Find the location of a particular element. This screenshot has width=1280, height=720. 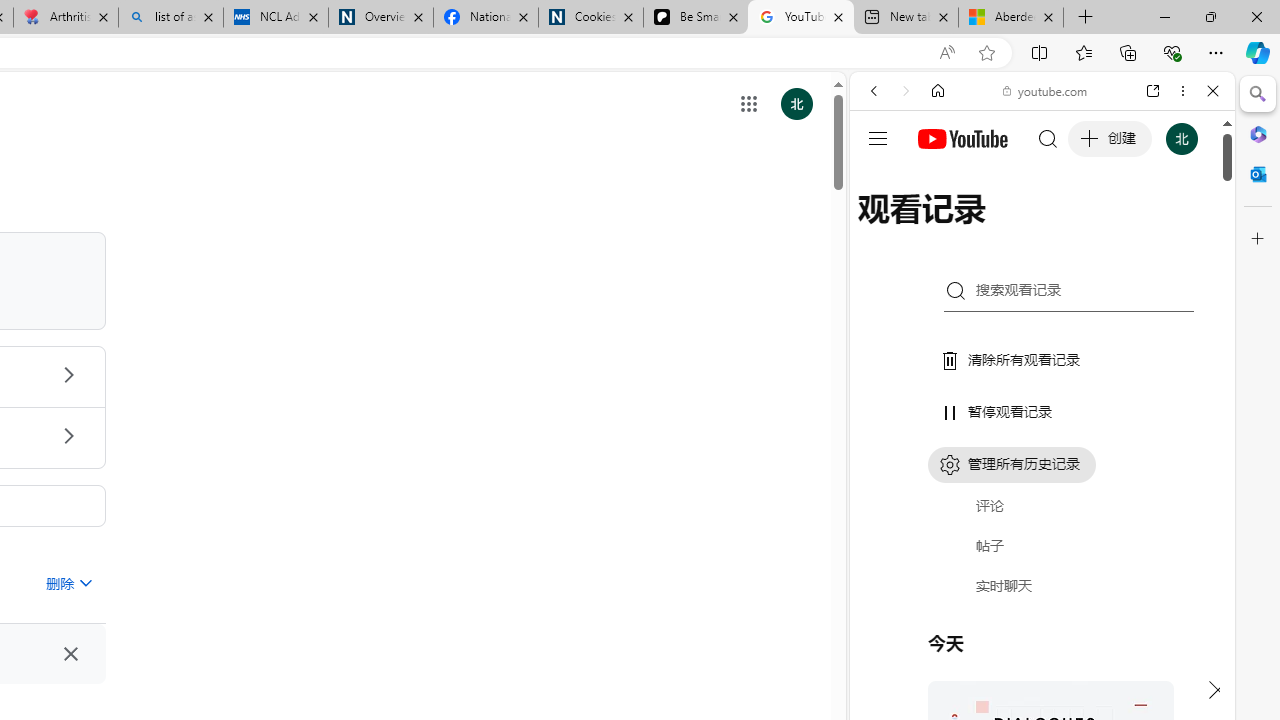

'Class: gb_E' is located at coordinates (748, 104).